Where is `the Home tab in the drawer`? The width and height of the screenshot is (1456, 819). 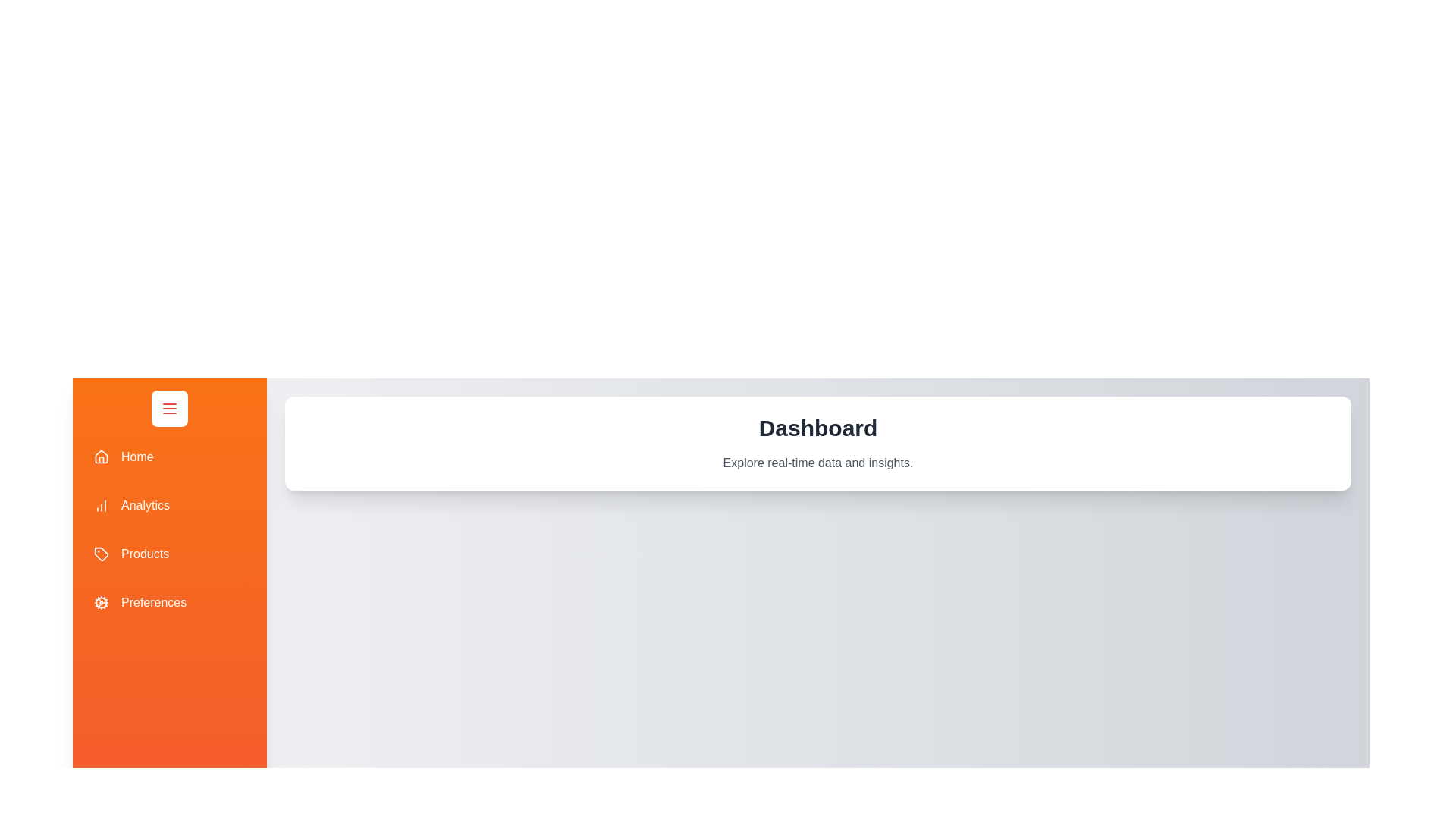
the Home tab in the drawer is located at coordinates (170, 456).